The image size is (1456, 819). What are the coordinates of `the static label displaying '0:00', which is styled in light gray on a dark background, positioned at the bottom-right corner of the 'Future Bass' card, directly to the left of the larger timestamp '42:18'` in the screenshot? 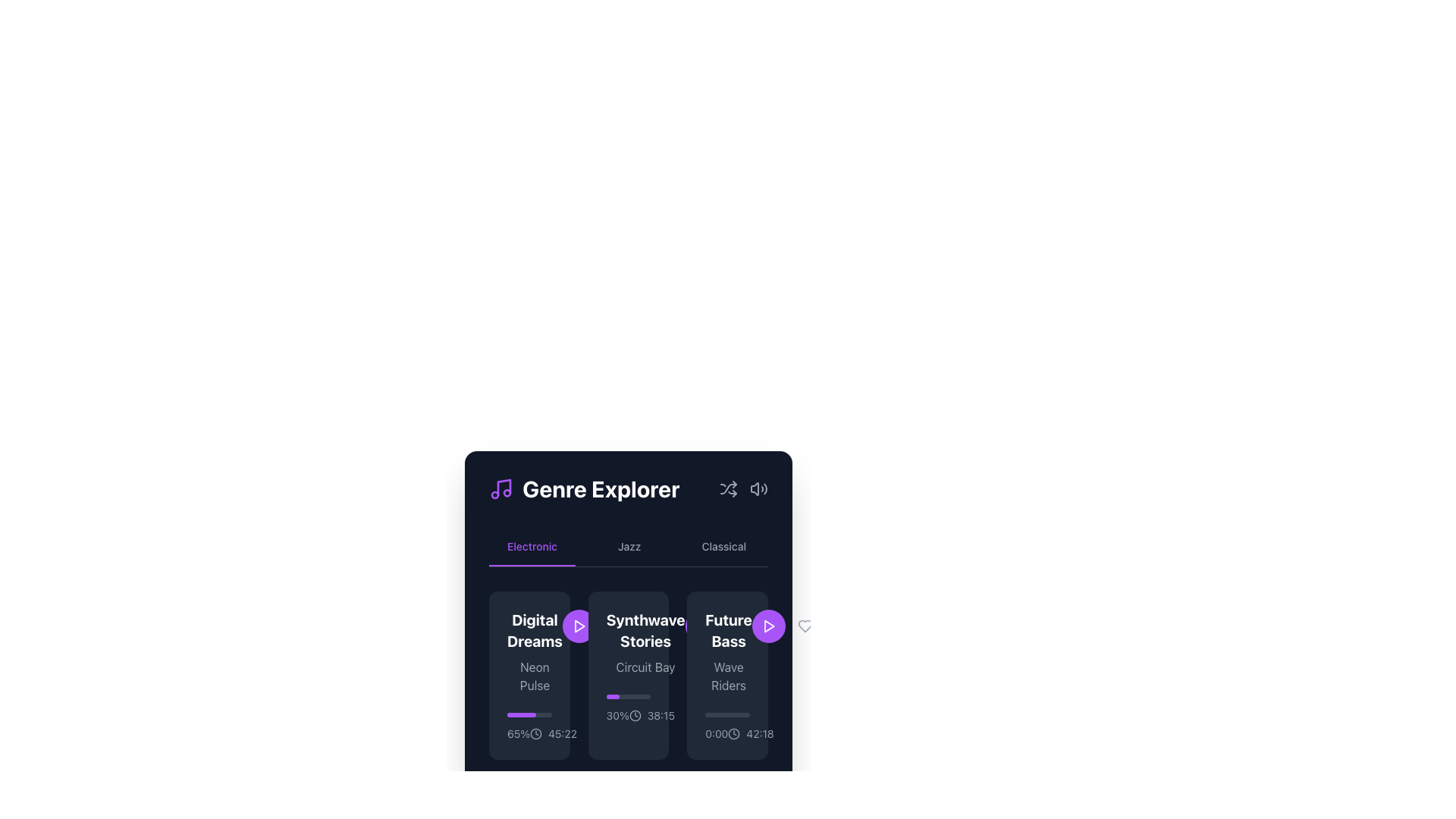 It's located at (716, 733).